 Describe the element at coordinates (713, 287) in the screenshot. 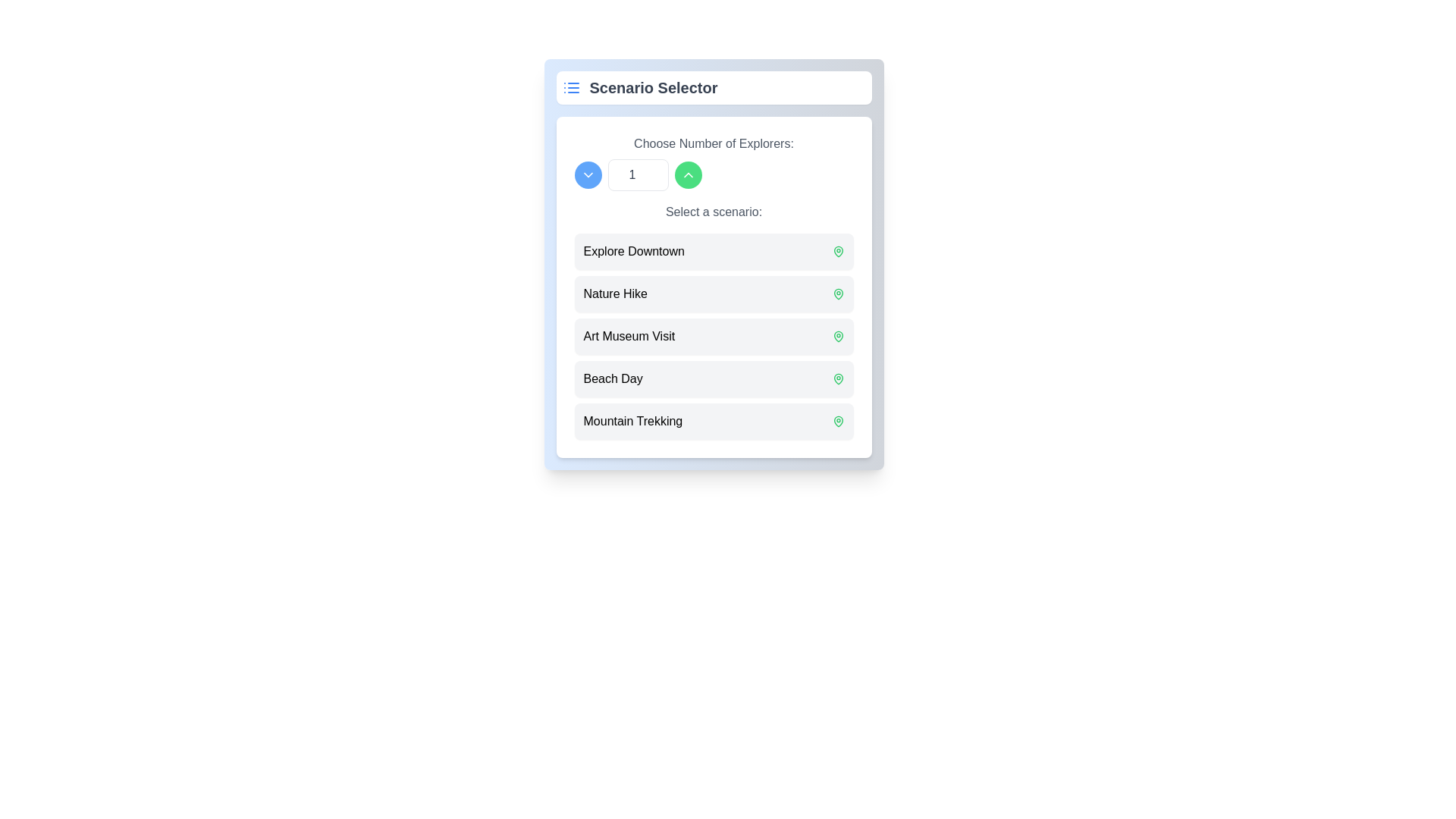

I see `the buttons for input adjustments on the interactive card located within the 'Scenario Selector' component, which features increment and decrement functionality for selecting a number` at that location.